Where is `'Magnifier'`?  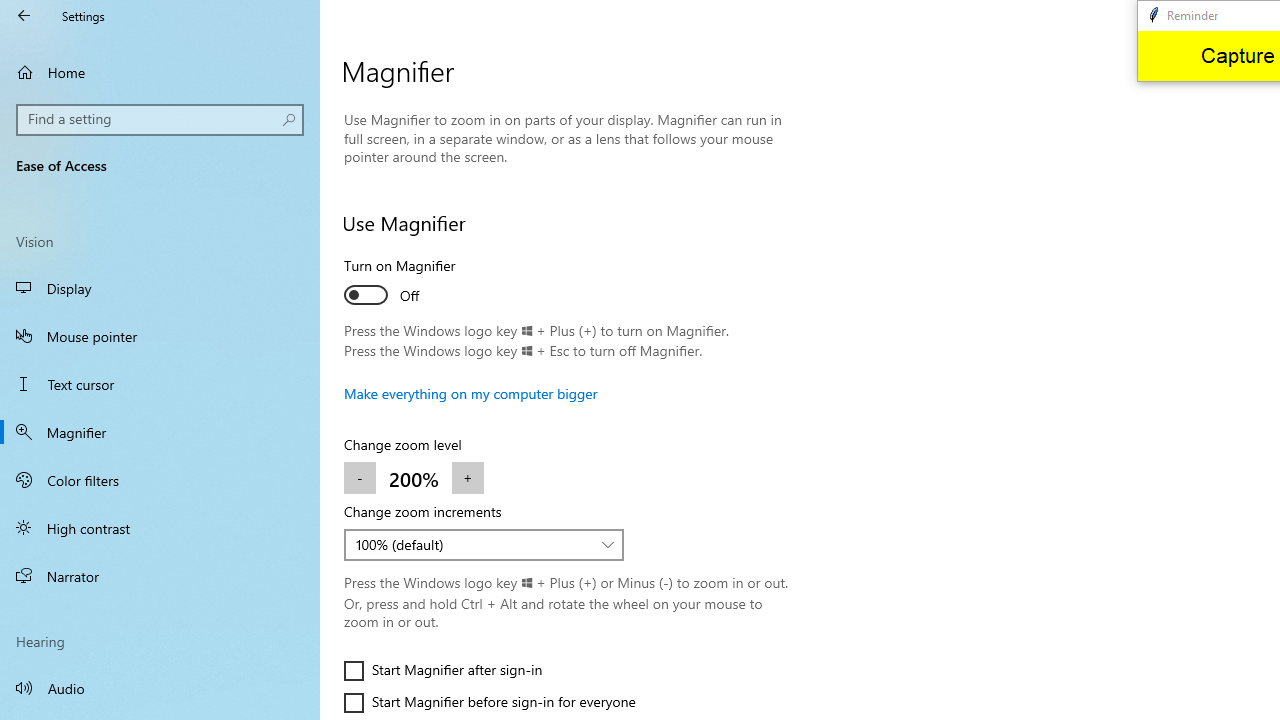
'Magnifier' is located at coordinates (160, 431).